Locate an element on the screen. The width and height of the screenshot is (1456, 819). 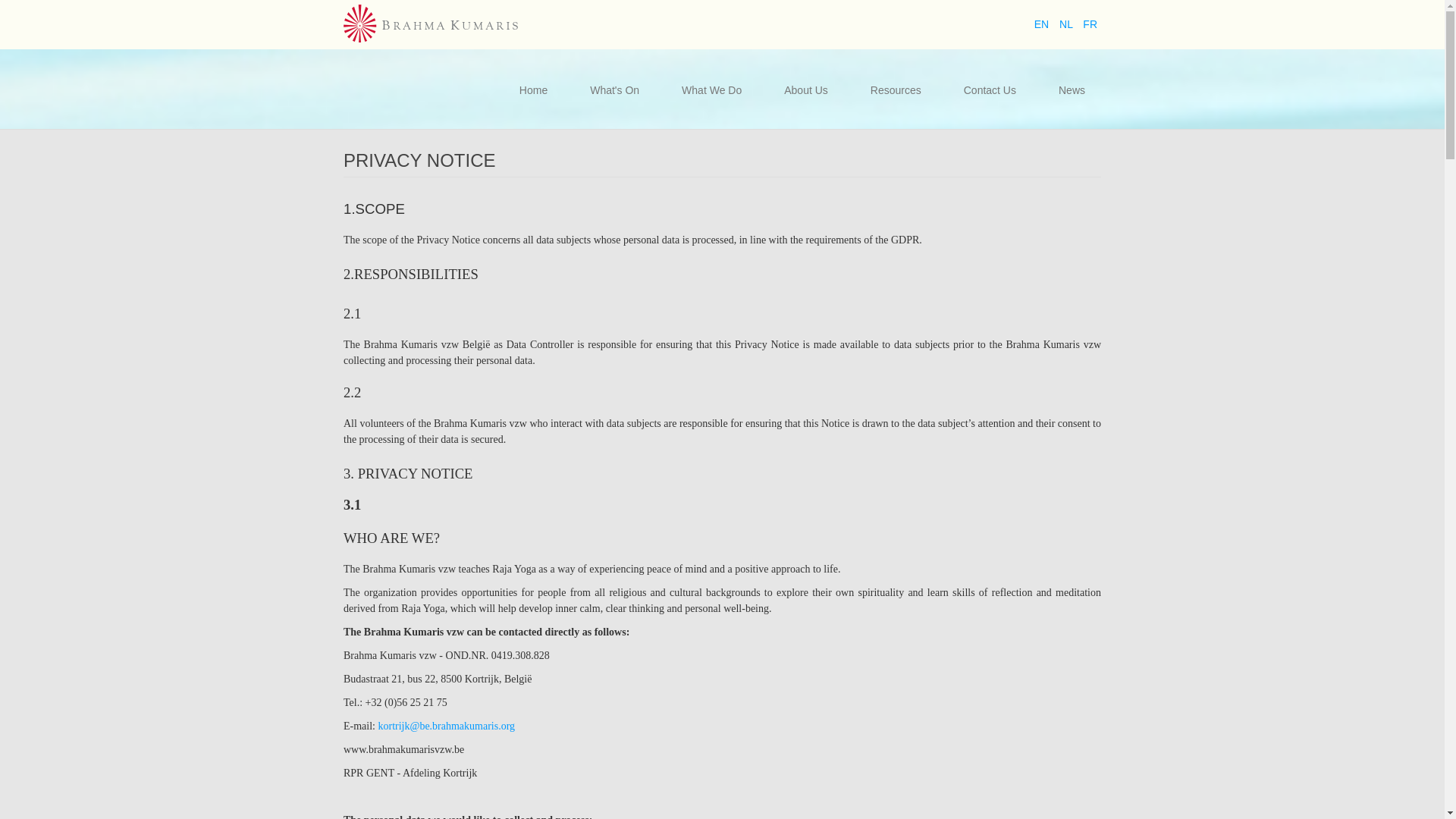
'Home' is located at coordinates (533, 90).